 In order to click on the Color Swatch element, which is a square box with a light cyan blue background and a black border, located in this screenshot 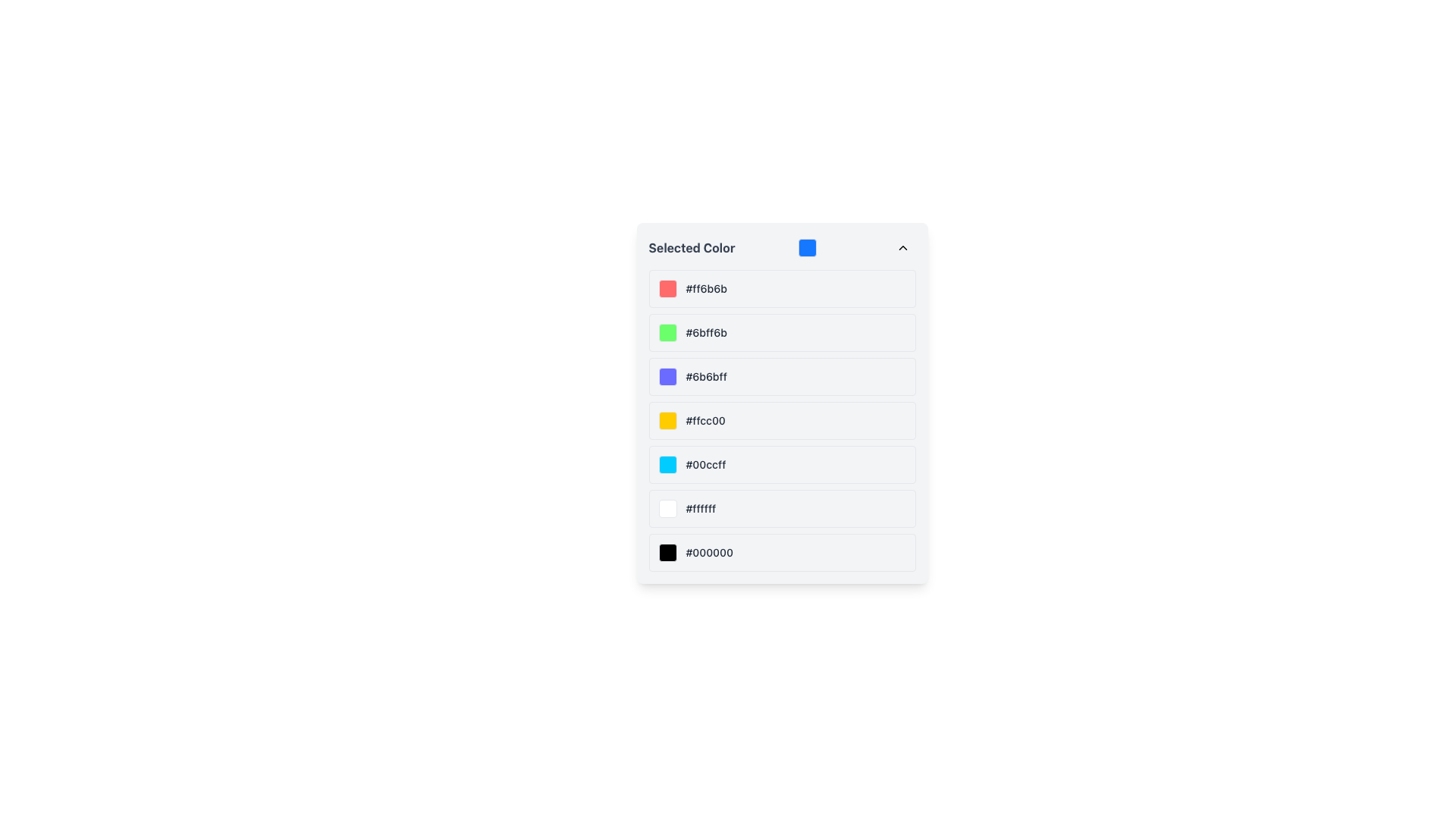, I will do `click(667, 464)`.